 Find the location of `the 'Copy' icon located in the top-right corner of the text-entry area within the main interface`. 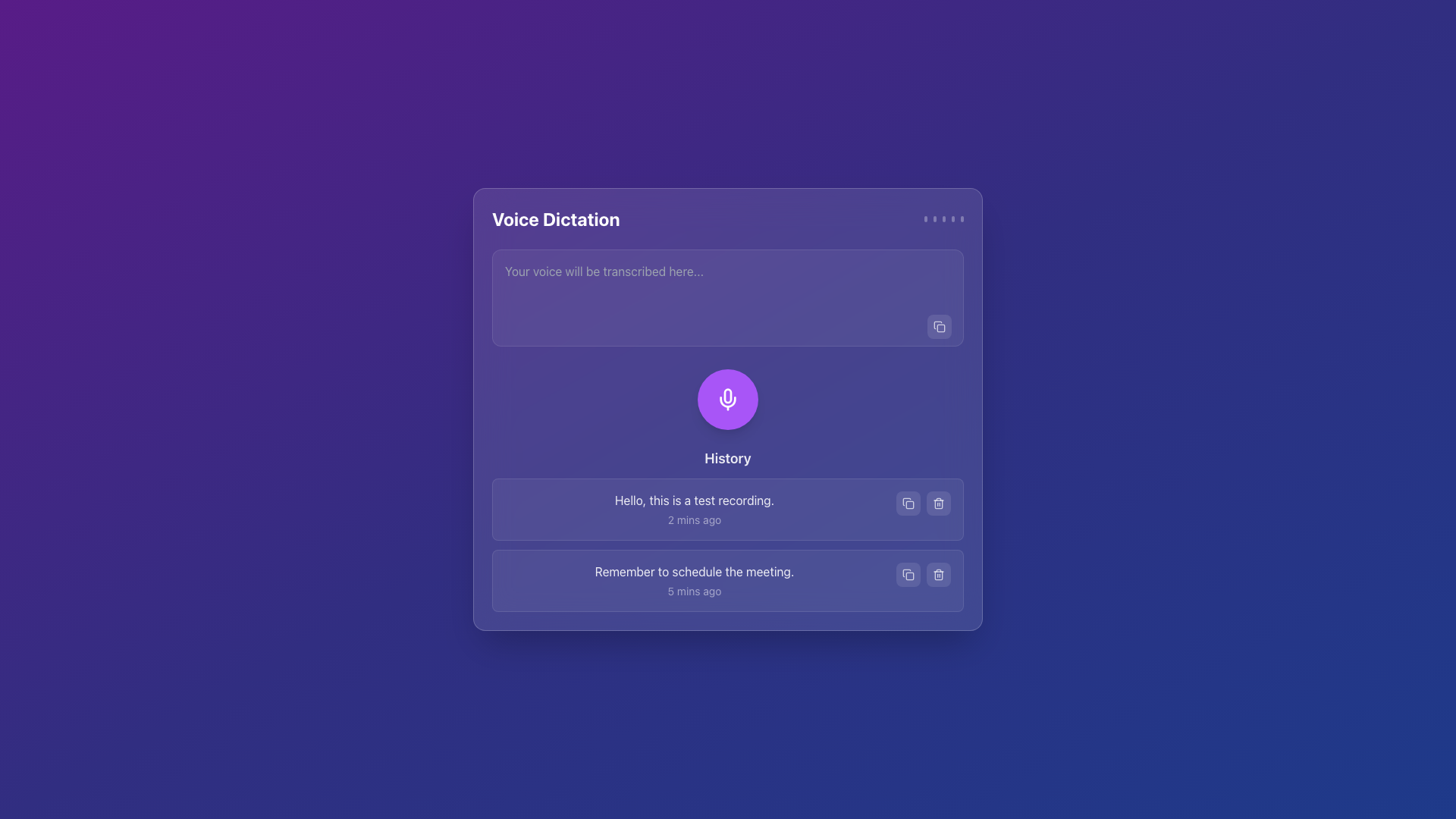

the 'Copy' icon located in the top-right corner of the text-entry area within the main interface is located at coordinates (937, 324).